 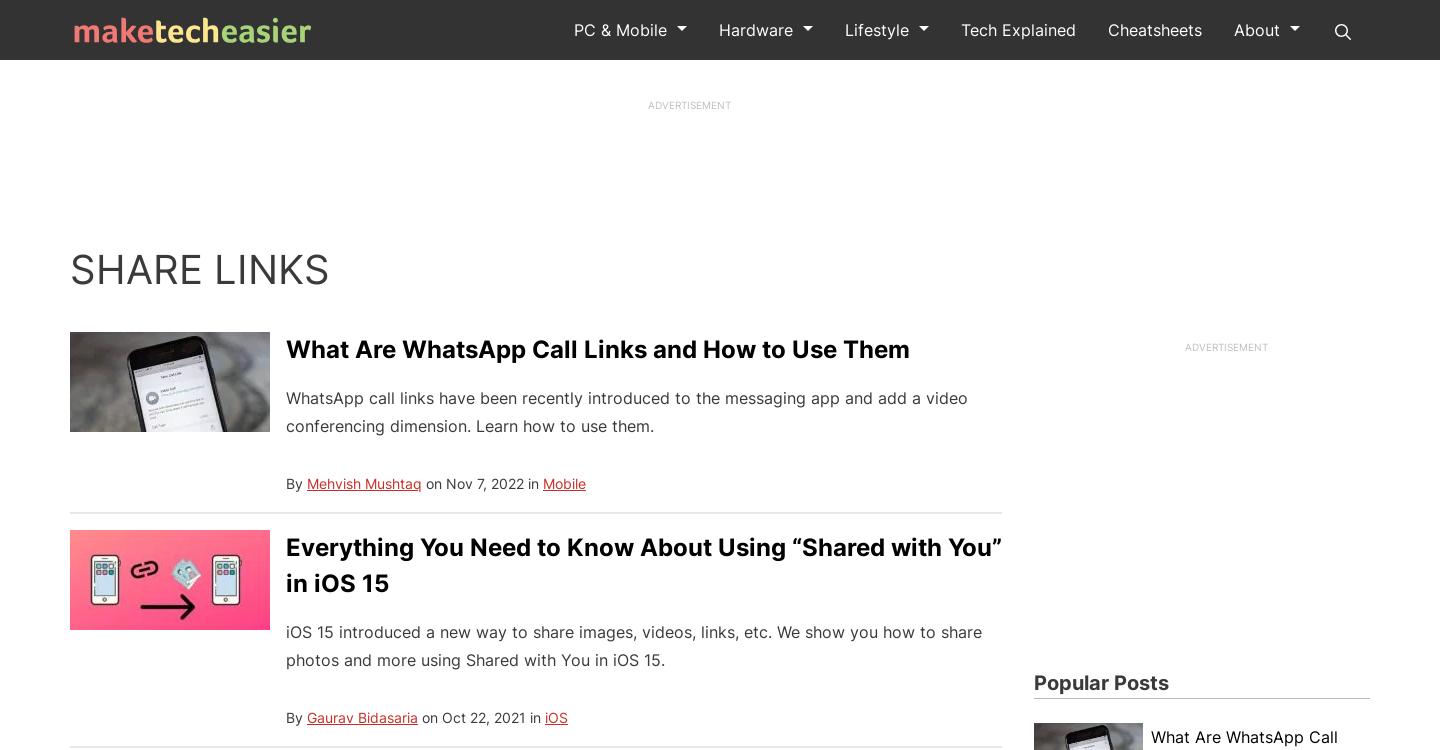 I want to click on 'Cheatsheets', so click(x=1106, y=30).